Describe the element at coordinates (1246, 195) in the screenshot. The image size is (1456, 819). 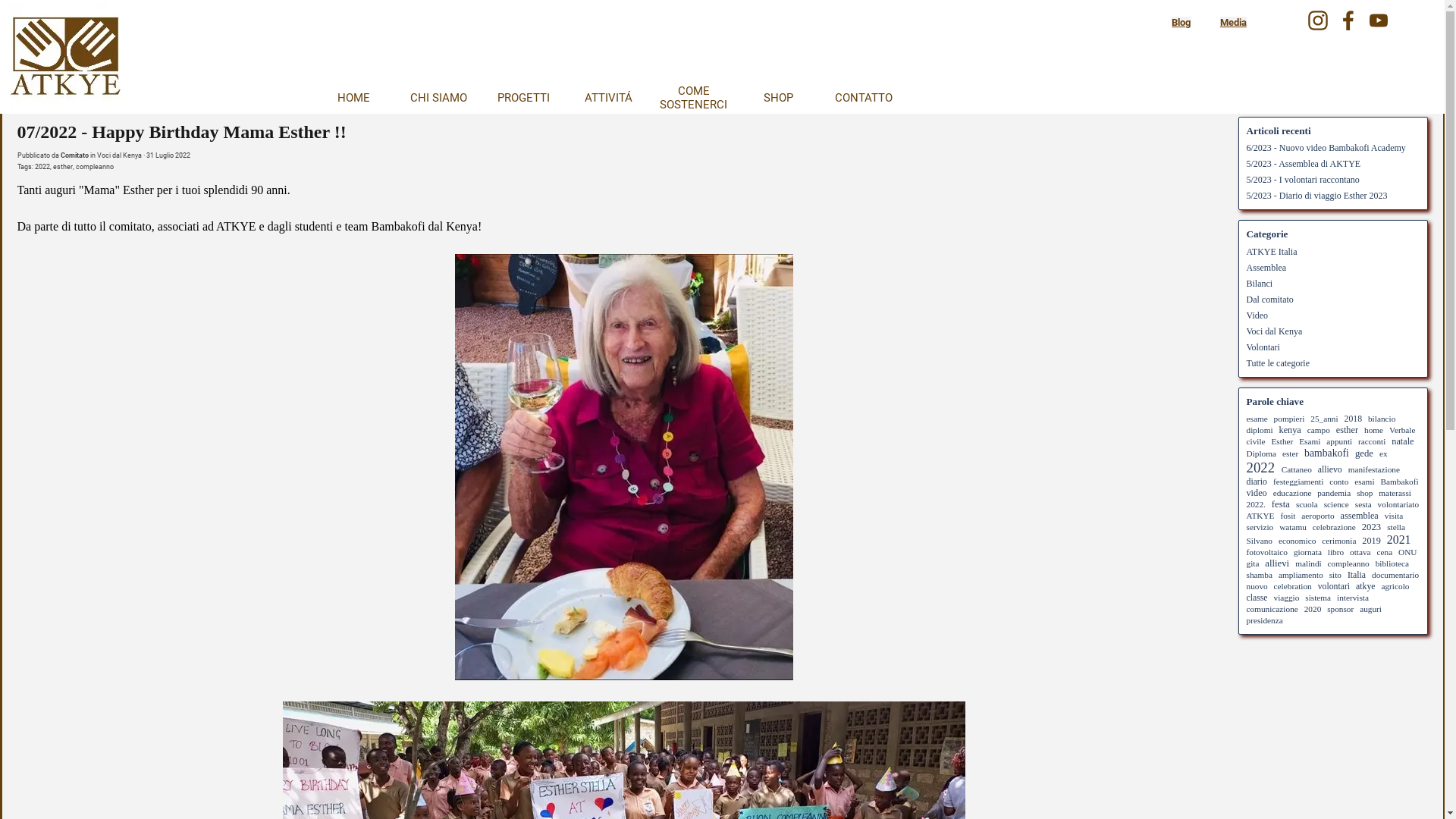
I see `'5/2023 - Diario di viaggio Esther 2023'` at that location.